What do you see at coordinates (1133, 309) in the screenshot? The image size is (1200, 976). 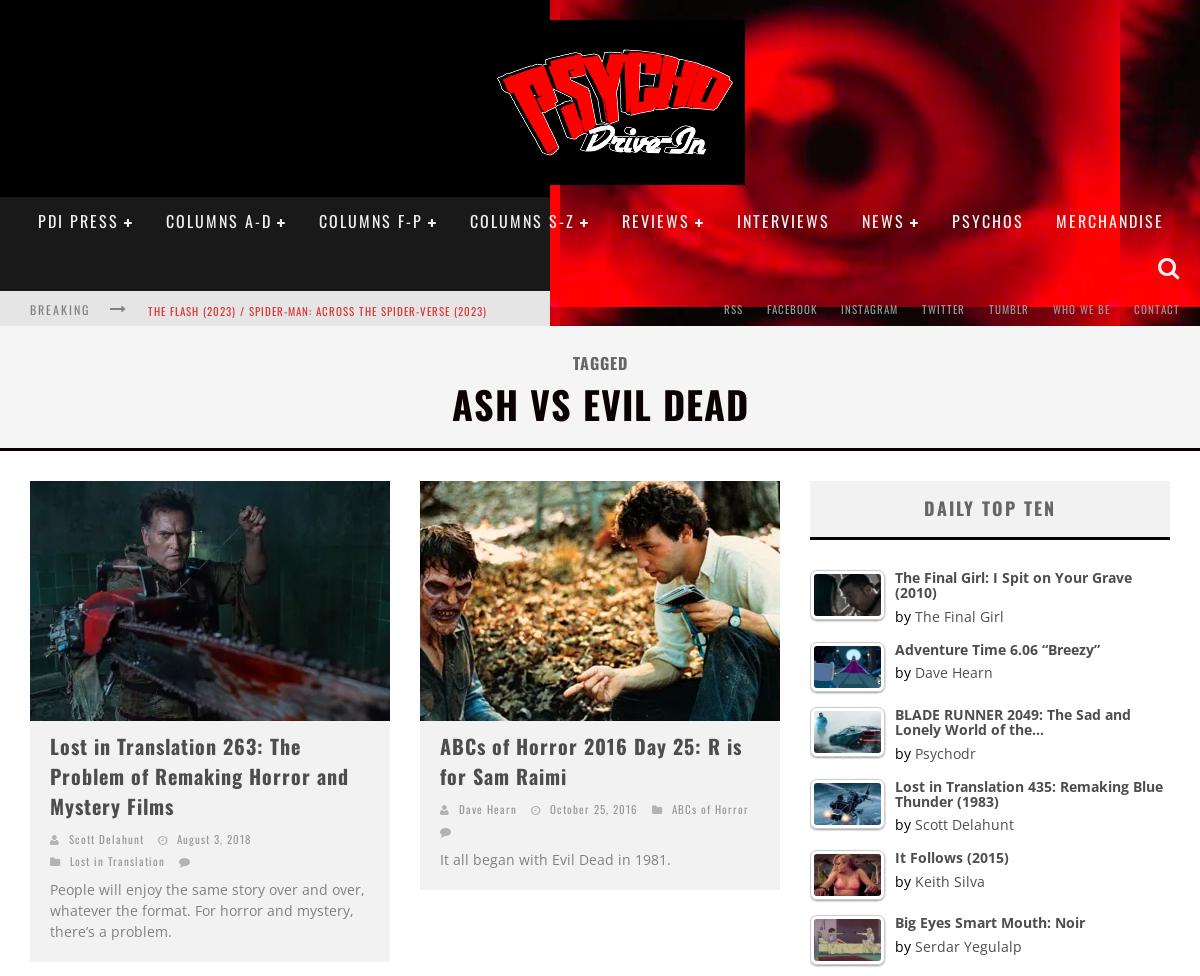 I see `'Contact'` at bounding box center [1133, 309].